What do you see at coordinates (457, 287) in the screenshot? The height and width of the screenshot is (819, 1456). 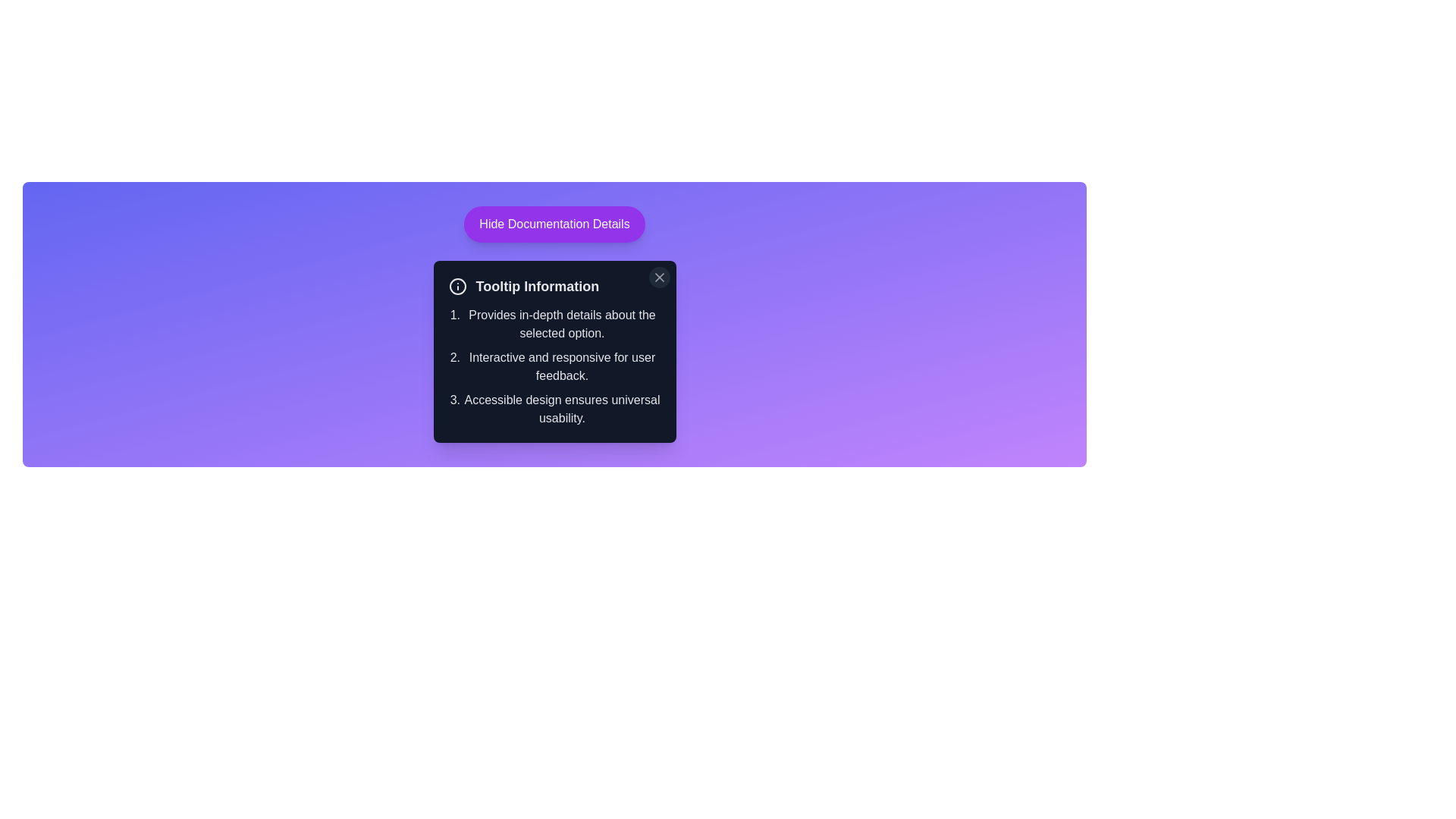 I see `the informative icon located to the far left of the 'Tooltip Information' text` at bounding box center [457, 287].